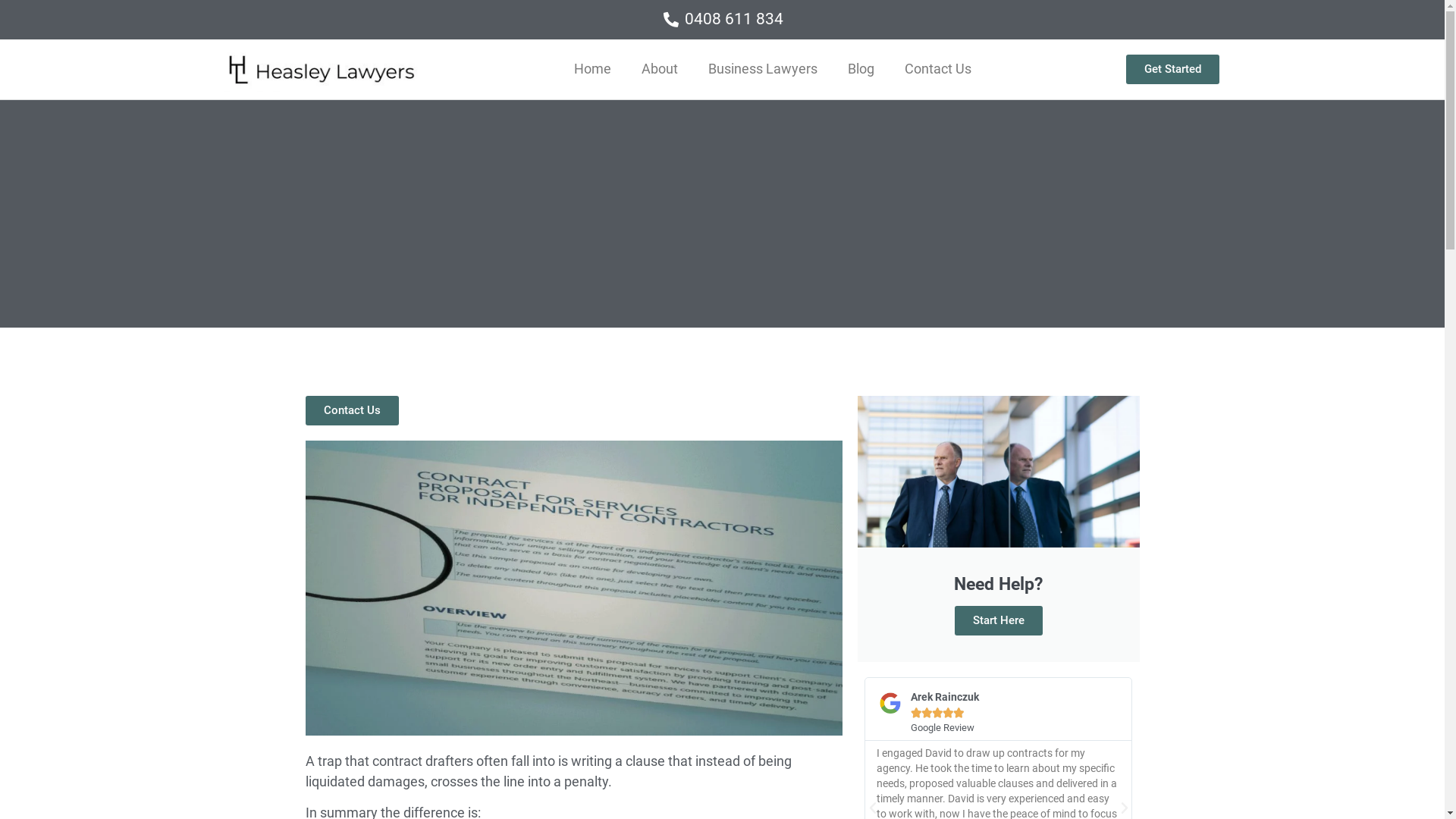 This screenshot has width=1456, height=819. I want to click on 'About', so click(659, 69).